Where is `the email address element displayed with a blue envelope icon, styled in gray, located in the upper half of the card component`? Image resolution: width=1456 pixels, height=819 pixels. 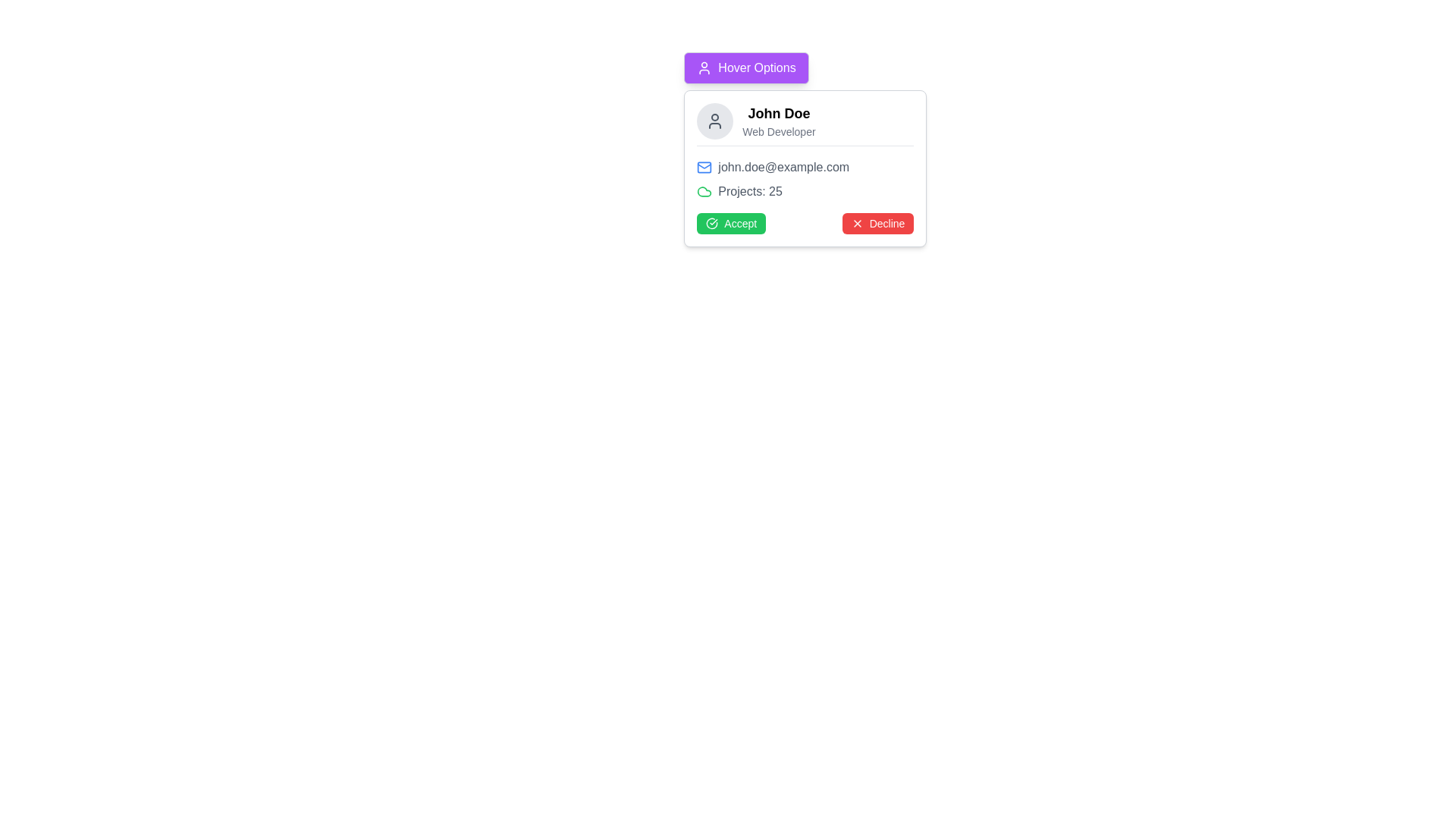 the email address element displayed with a blue envelope icon, styled in gray, located in the upper half of the card component is located at coordinates (805, 167).